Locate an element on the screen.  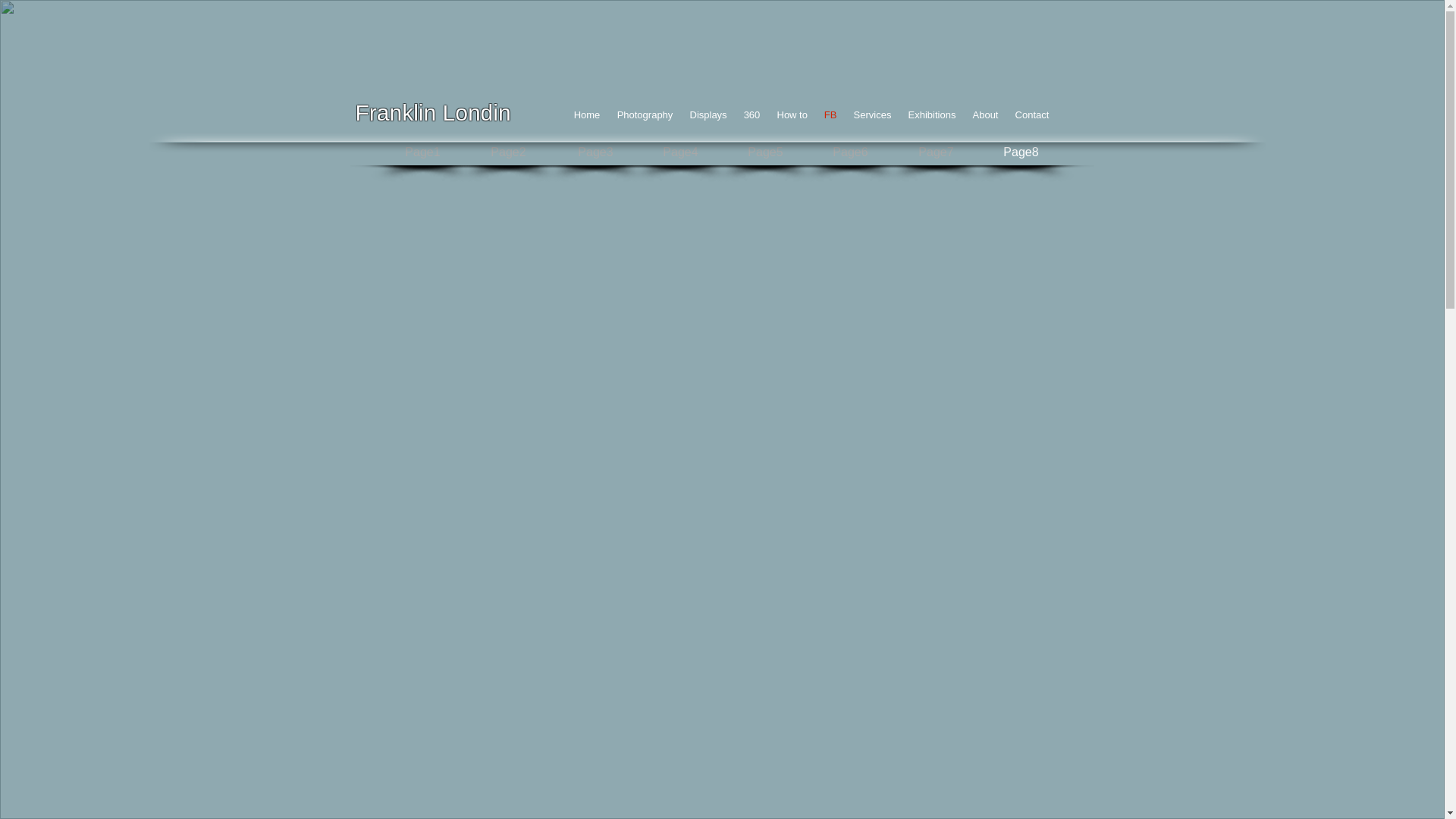
'Services' is located at coordinates (872, 114).